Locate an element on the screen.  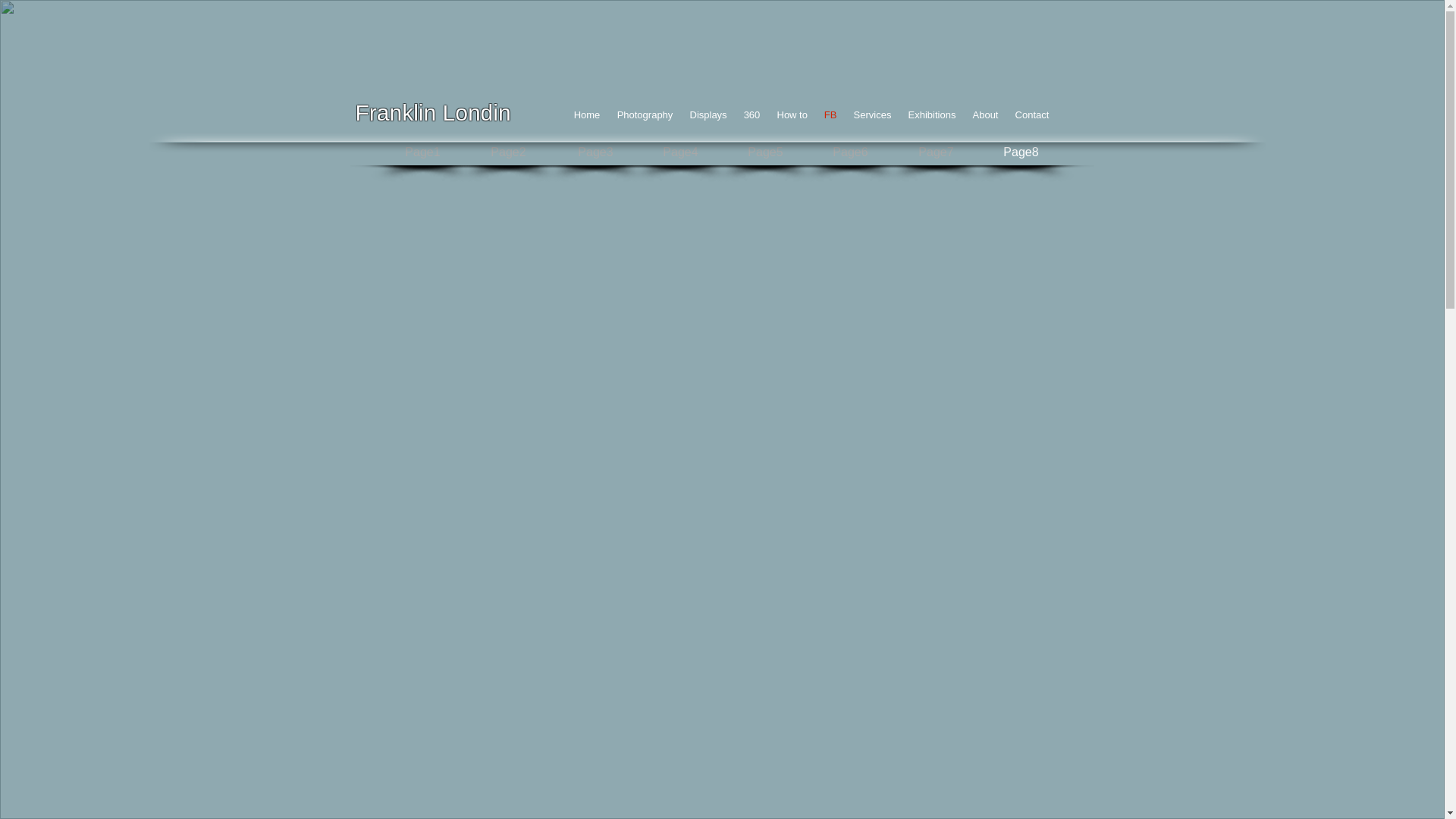
'Services' is located at coordinates (872, 114).